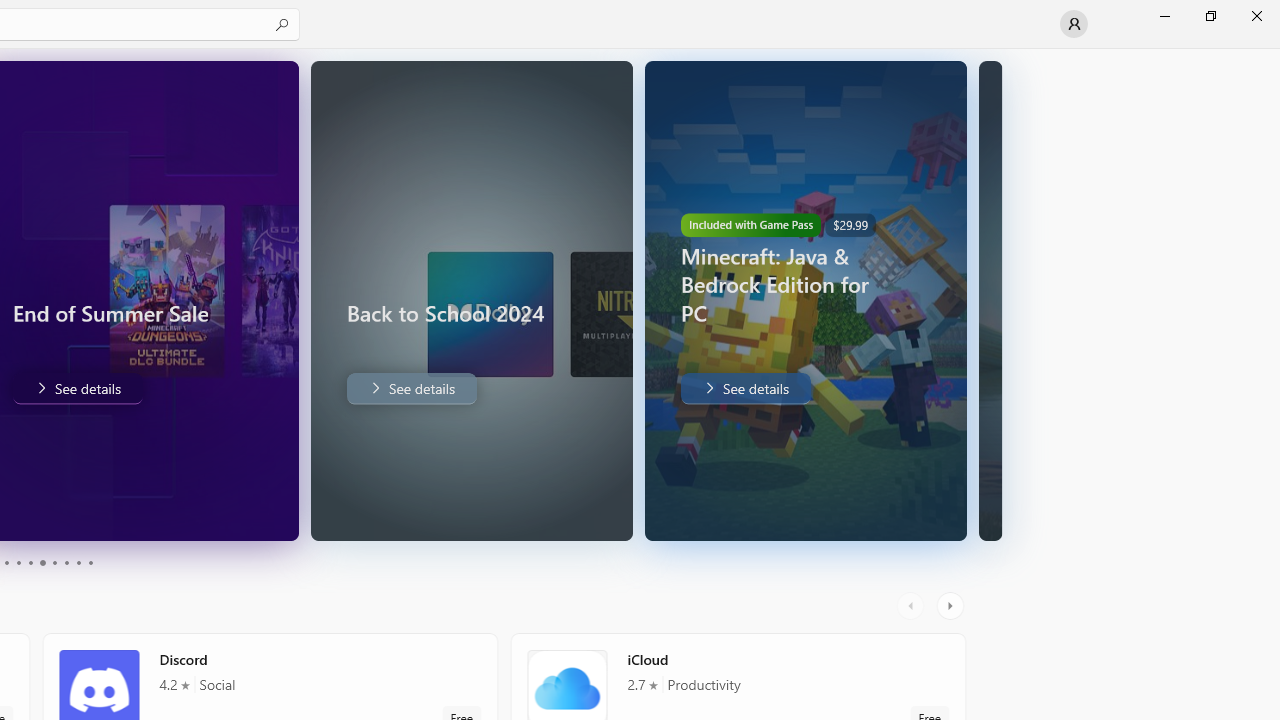 The height and width of the screenshot is (720, 1280). I want to click on 'Page 9', so click(78, 563).